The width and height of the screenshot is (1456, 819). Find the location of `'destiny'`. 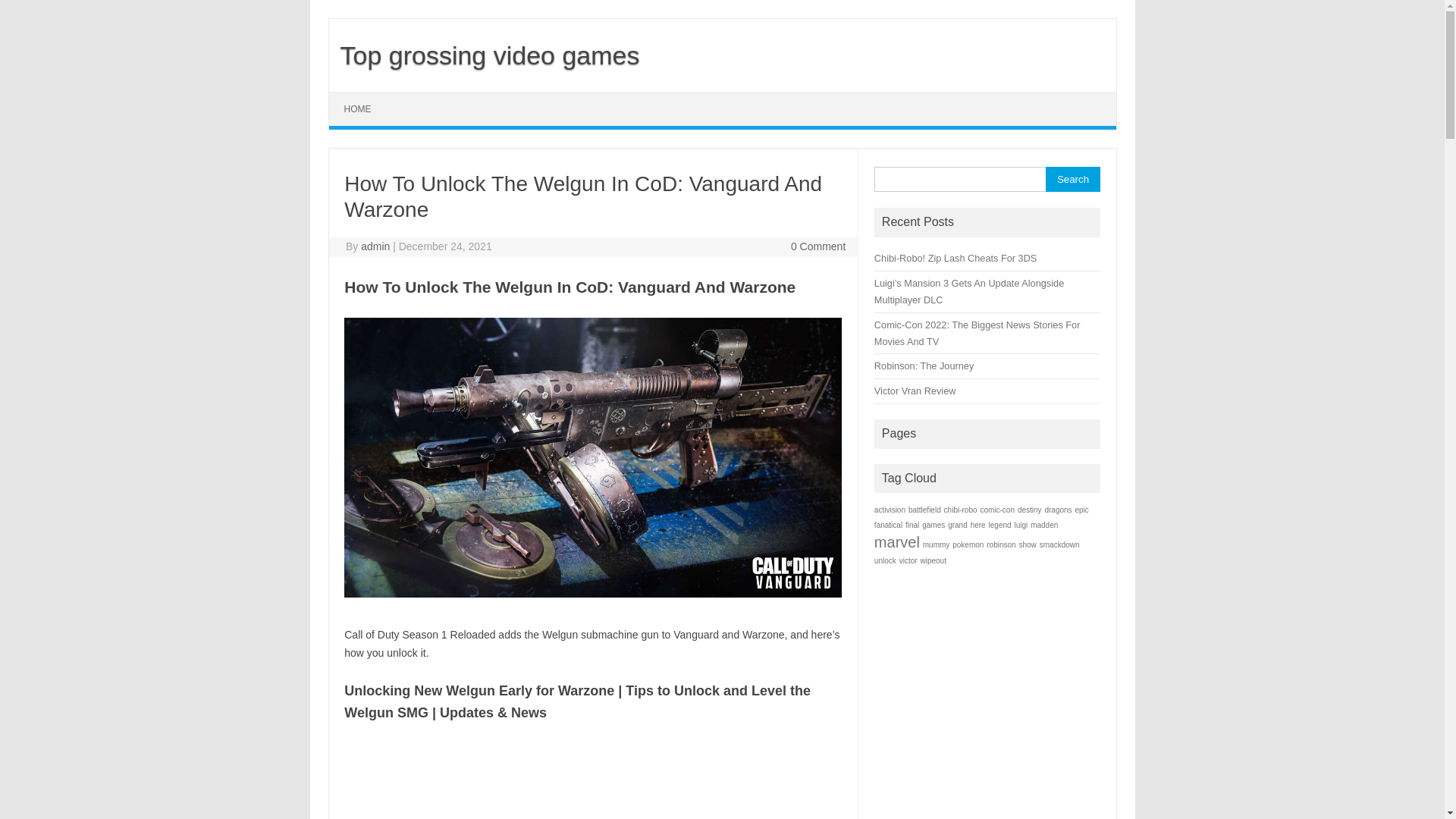

'destiny' is located at coordinates (1030, 510).